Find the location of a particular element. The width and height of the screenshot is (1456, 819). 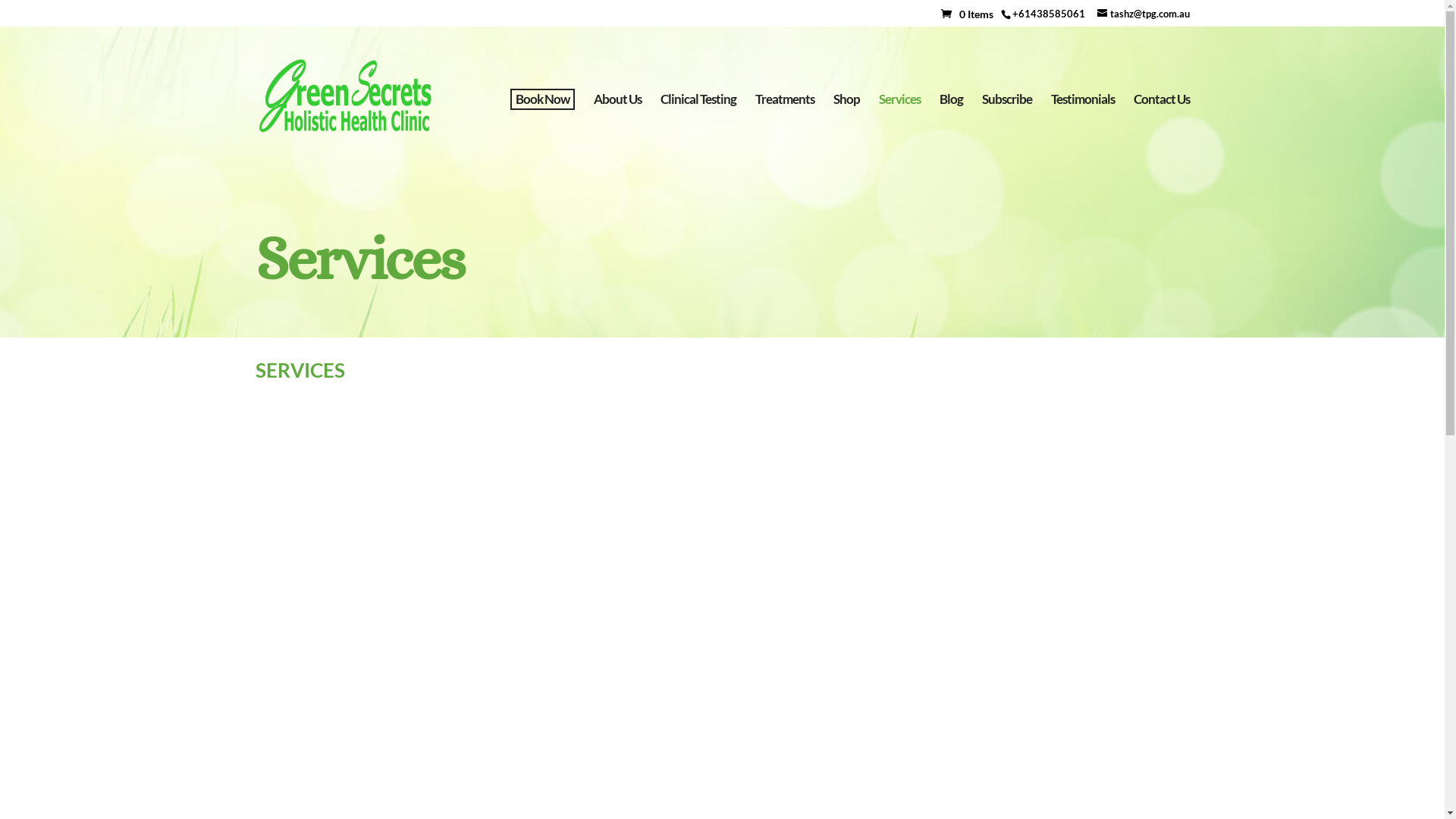

'Services' is located at coordinates (899, 130).